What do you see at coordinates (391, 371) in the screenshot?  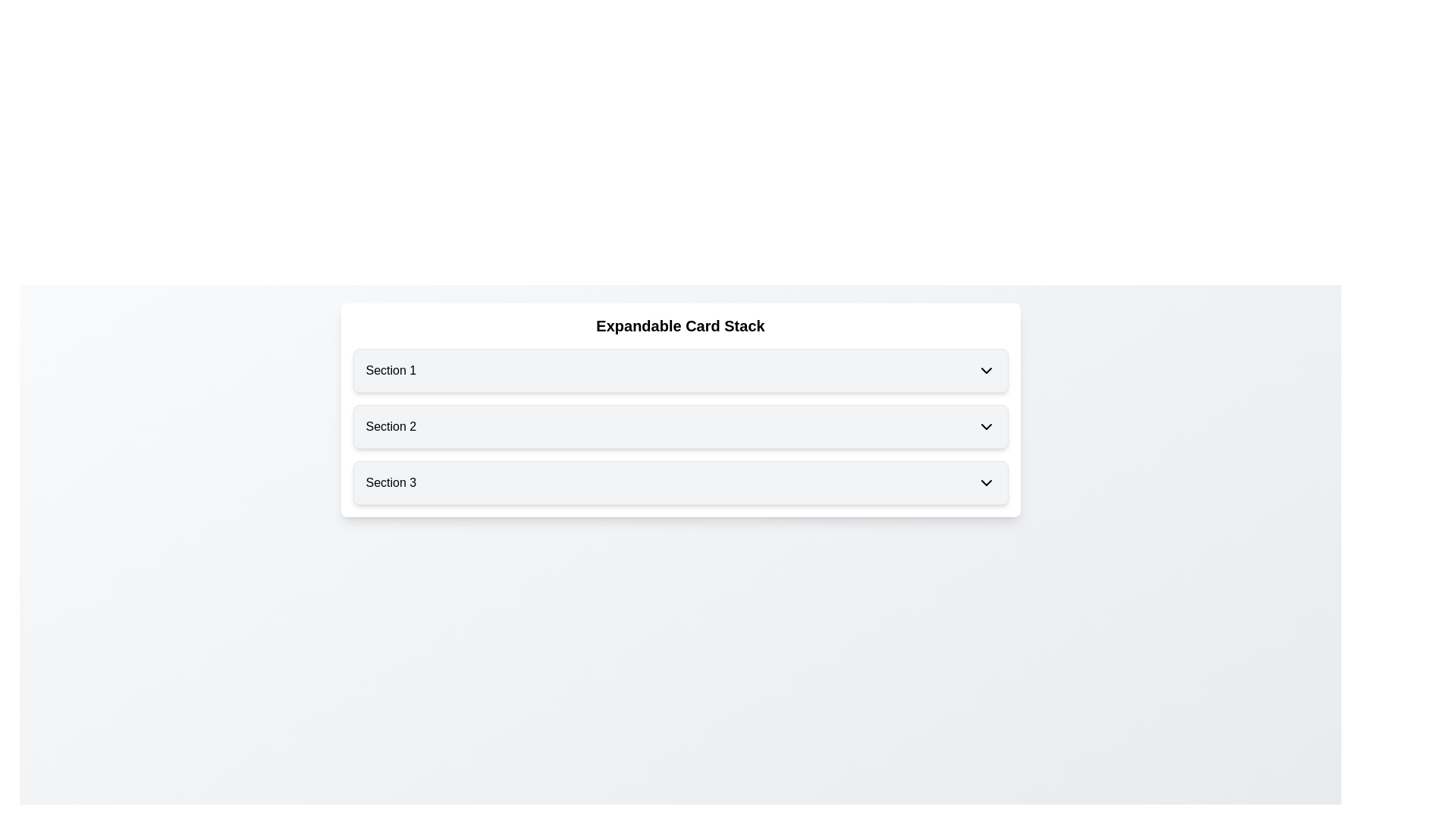 I see `text label located at the top of the vertical stack of expandable sections, which provides context for the associated section` at bounding box center [391, 371].